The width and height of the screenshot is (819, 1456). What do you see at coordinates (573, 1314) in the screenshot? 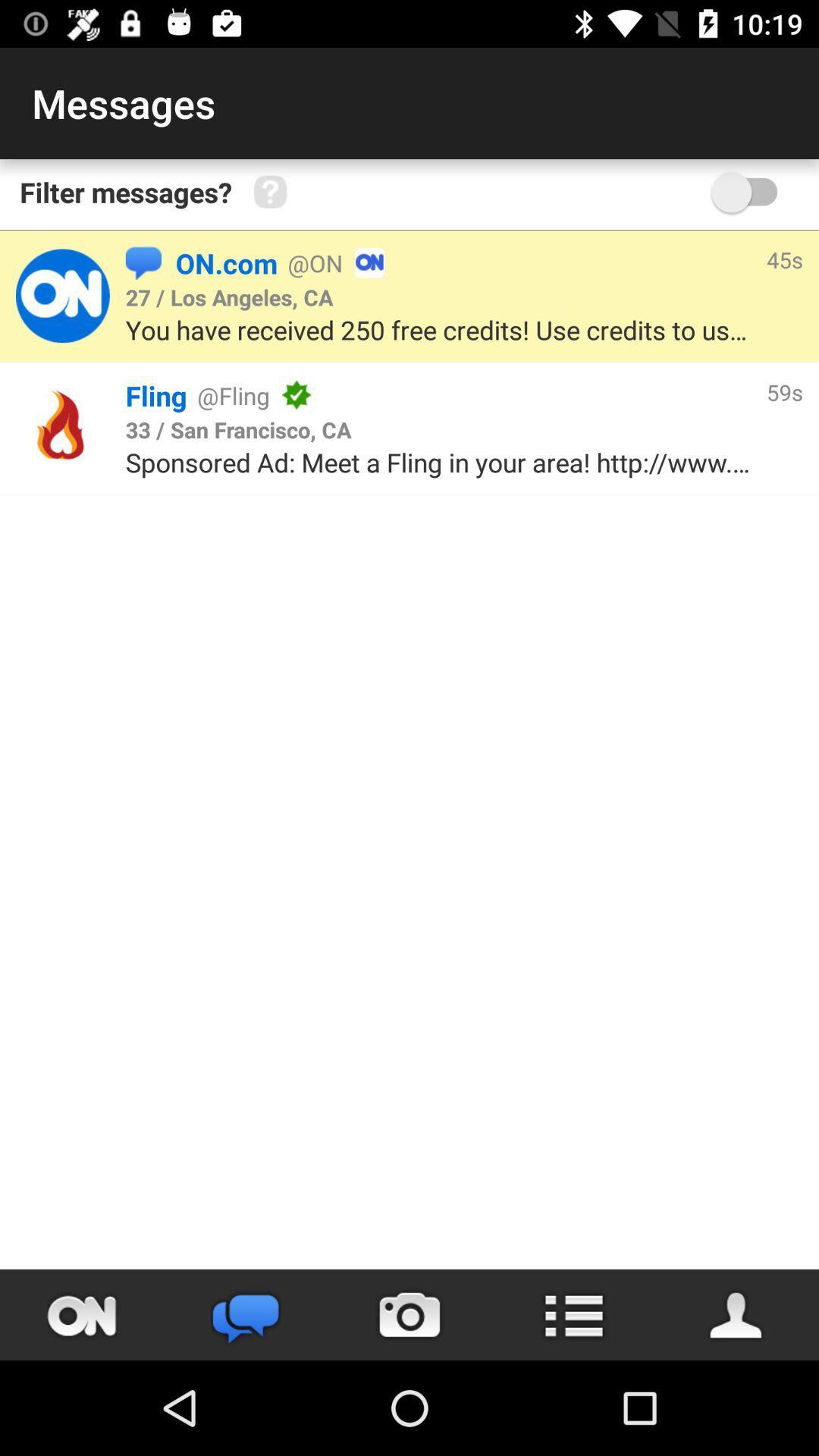
I see `the list icon` at bounding box center [573, 1314].